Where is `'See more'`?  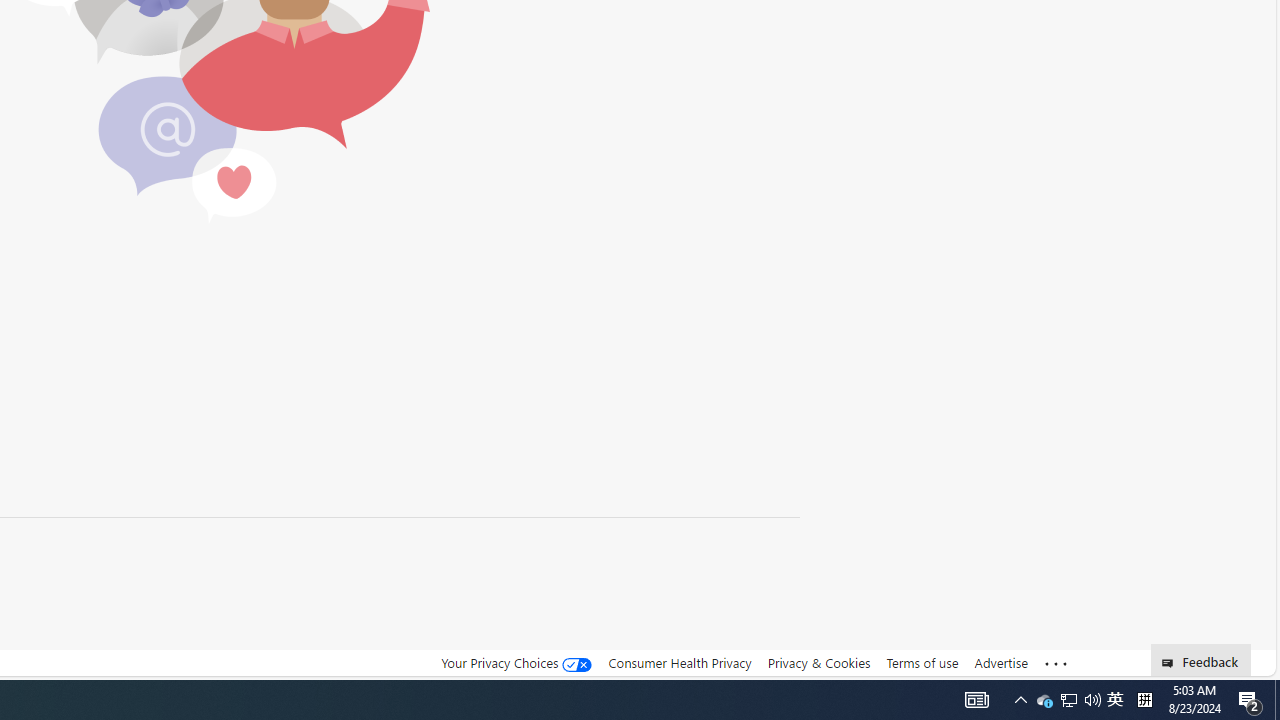
'See more' is located at coordinates (1055, 664).